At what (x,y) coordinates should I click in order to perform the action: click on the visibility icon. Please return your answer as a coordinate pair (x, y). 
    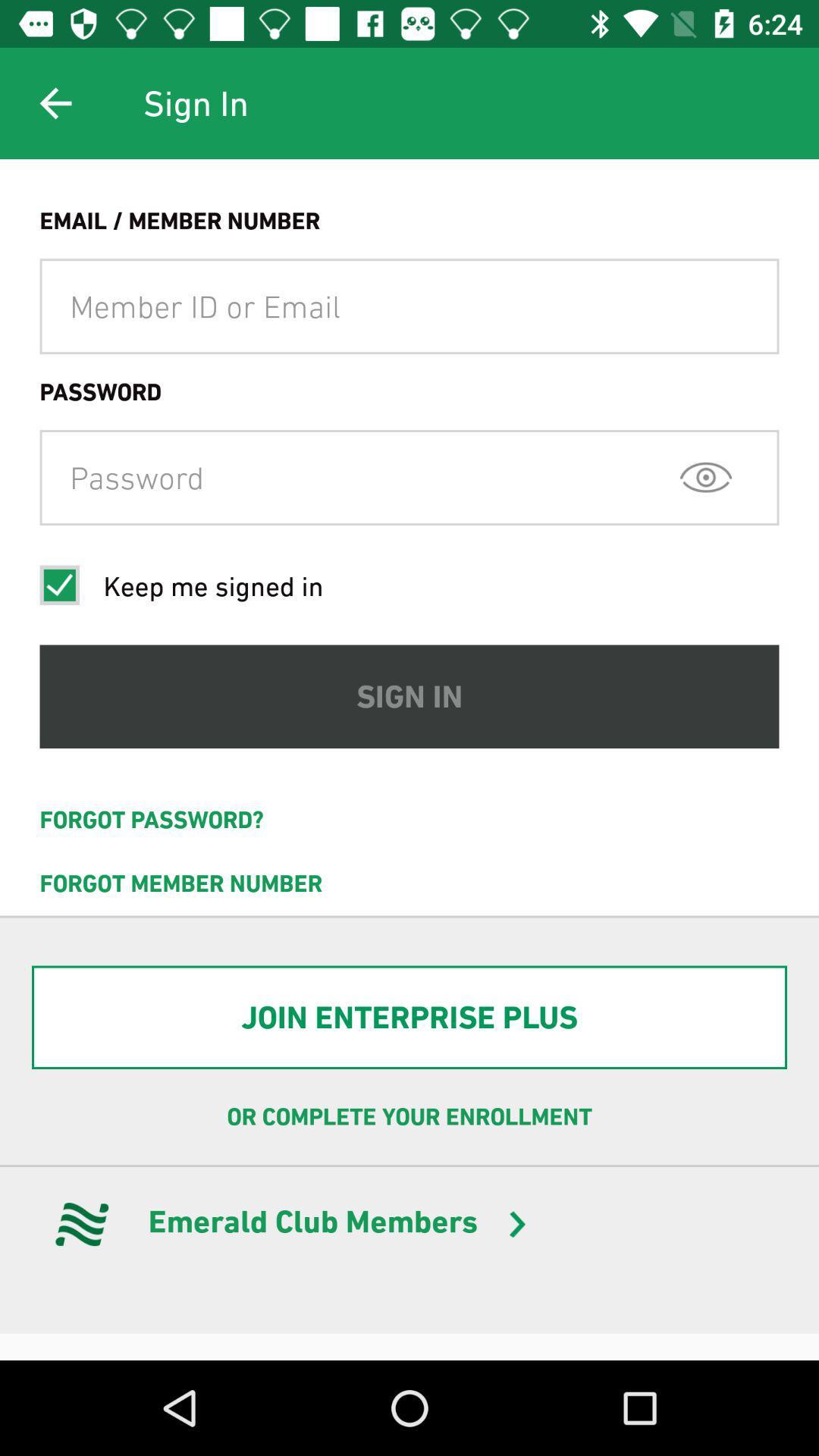
    Looking at the image, I should click on (706, 476).